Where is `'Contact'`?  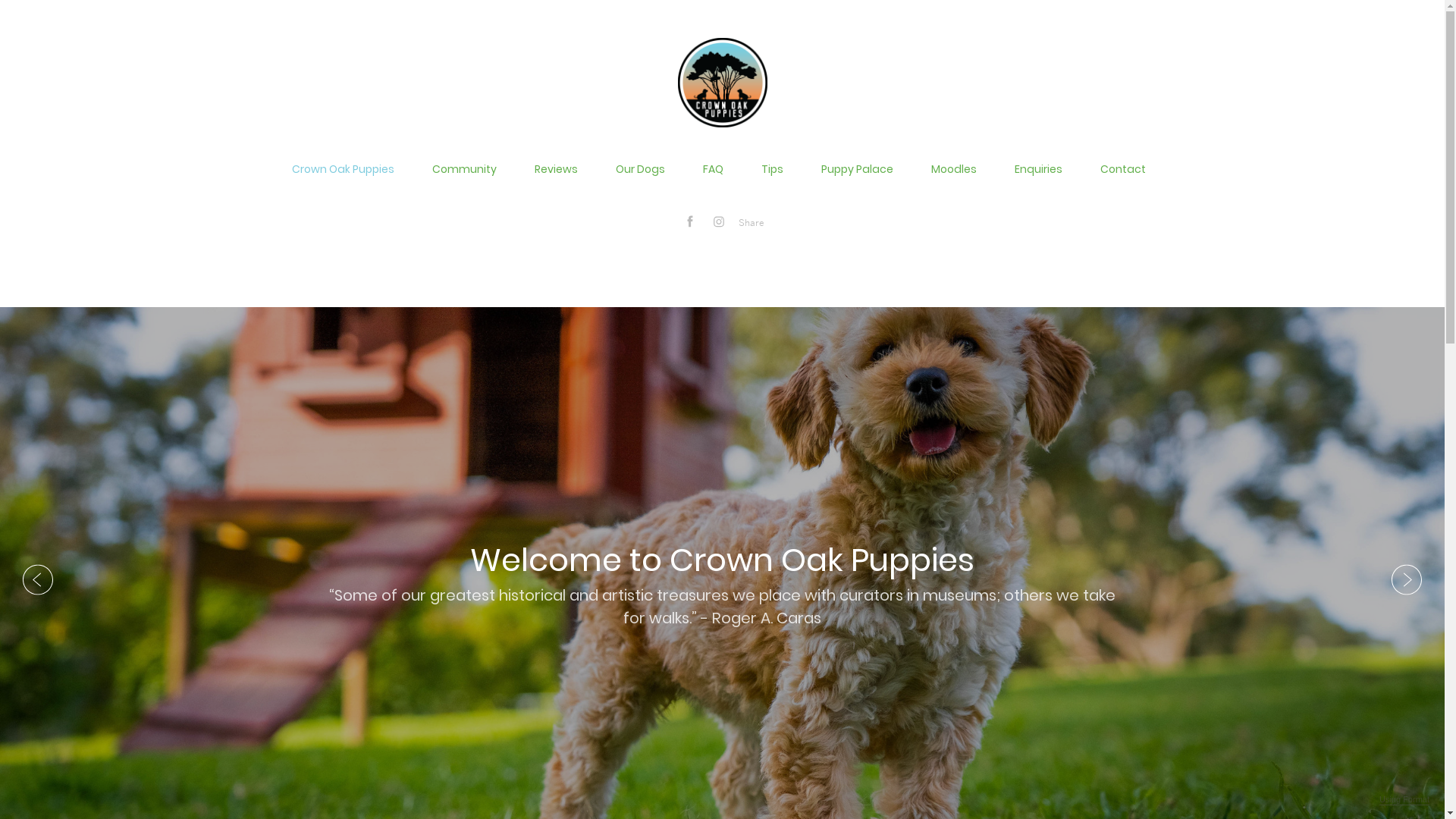 'Contact' is located at coordinates (1122, 169).